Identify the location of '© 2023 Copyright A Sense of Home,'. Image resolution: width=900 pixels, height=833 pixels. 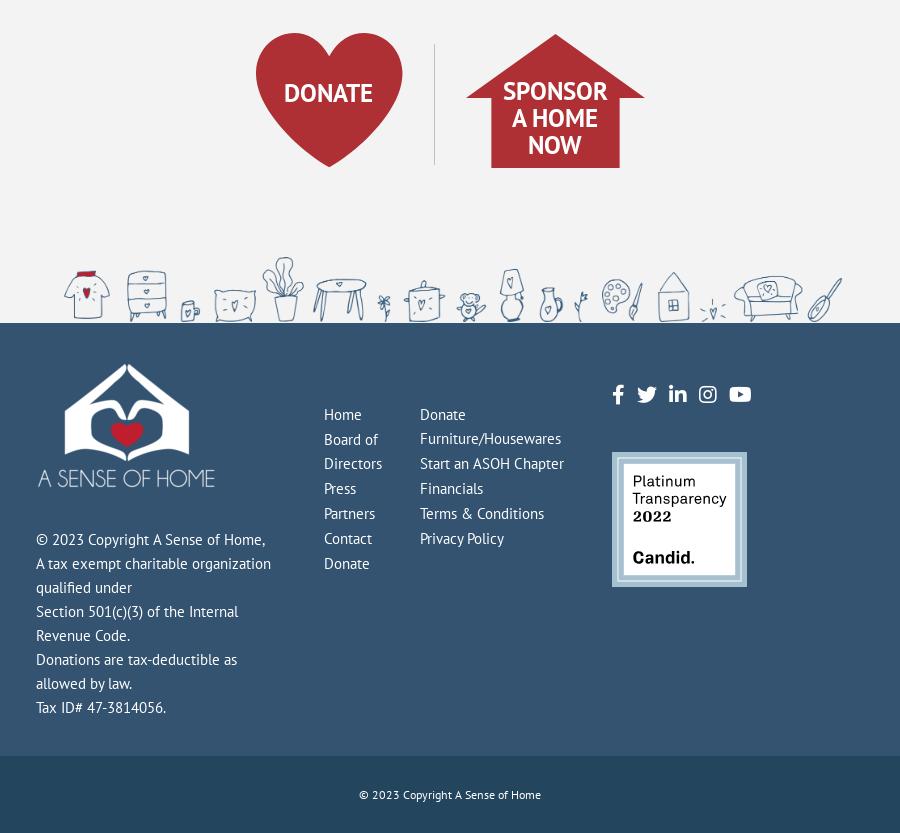
(35, 538).